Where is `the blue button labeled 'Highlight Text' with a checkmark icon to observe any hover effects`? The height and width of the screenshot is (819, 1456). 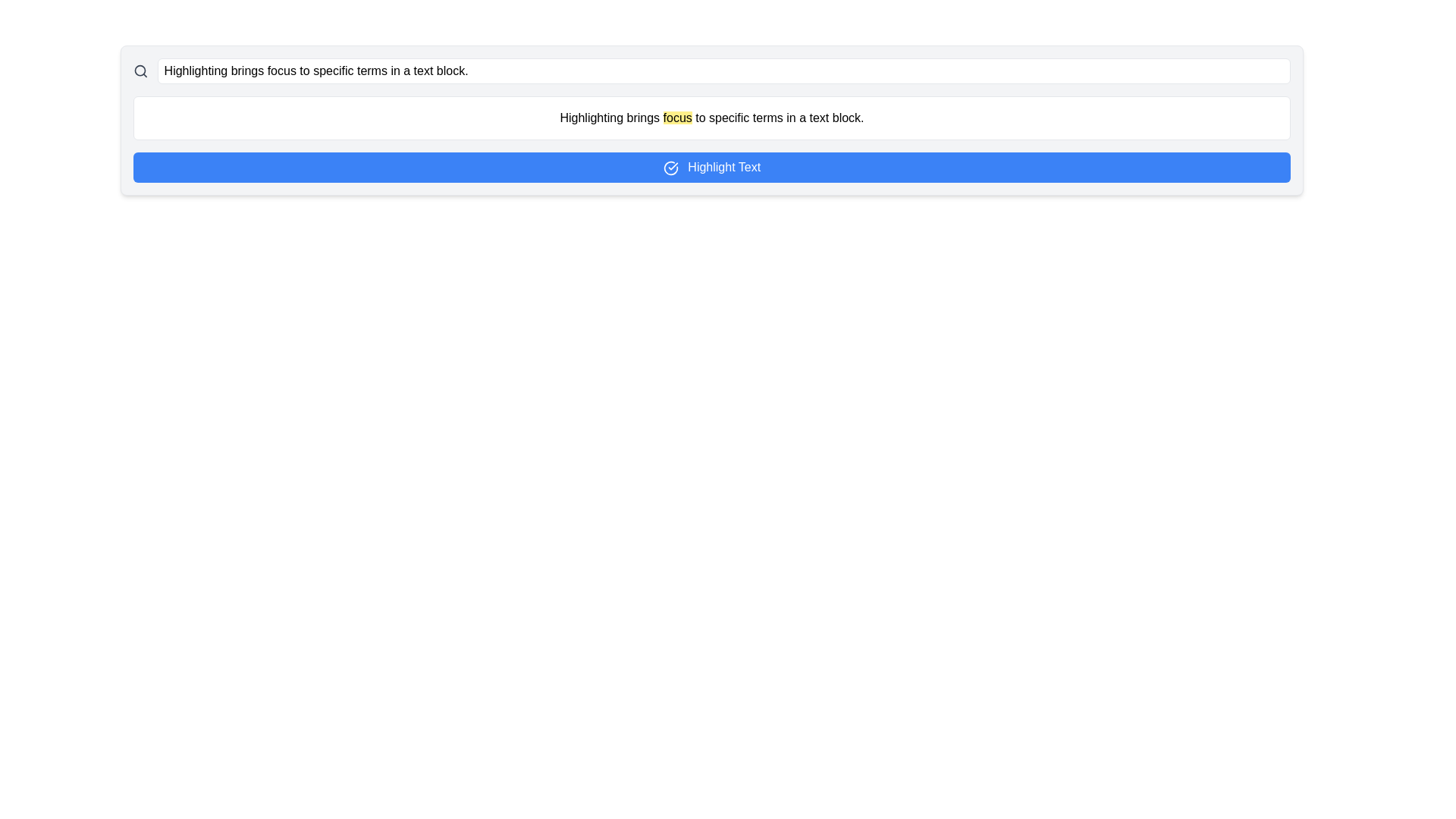
the blue button labeled 'Highlight Text' with a checkmark icon to observe any hover effects is located at coordinates (711, 167).